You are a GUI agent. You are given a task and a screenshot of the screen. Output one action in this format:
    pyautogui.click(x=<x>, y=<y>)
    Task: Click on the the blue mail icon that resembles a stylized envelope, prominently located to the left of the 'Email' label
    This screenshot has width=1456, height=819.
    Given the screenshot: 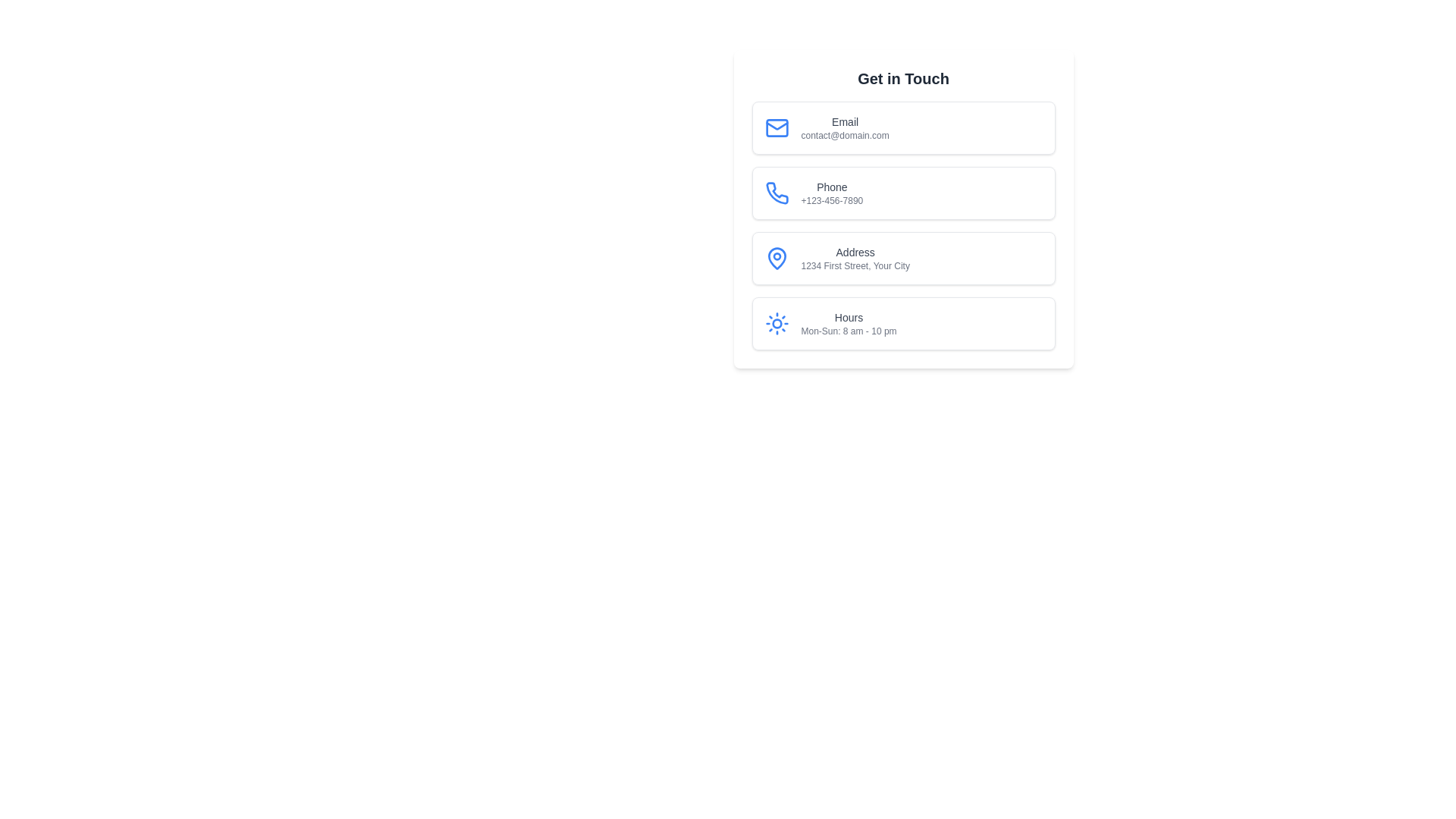 What is the action you would take?
    pyautogui.click(x=777, y=127)
    